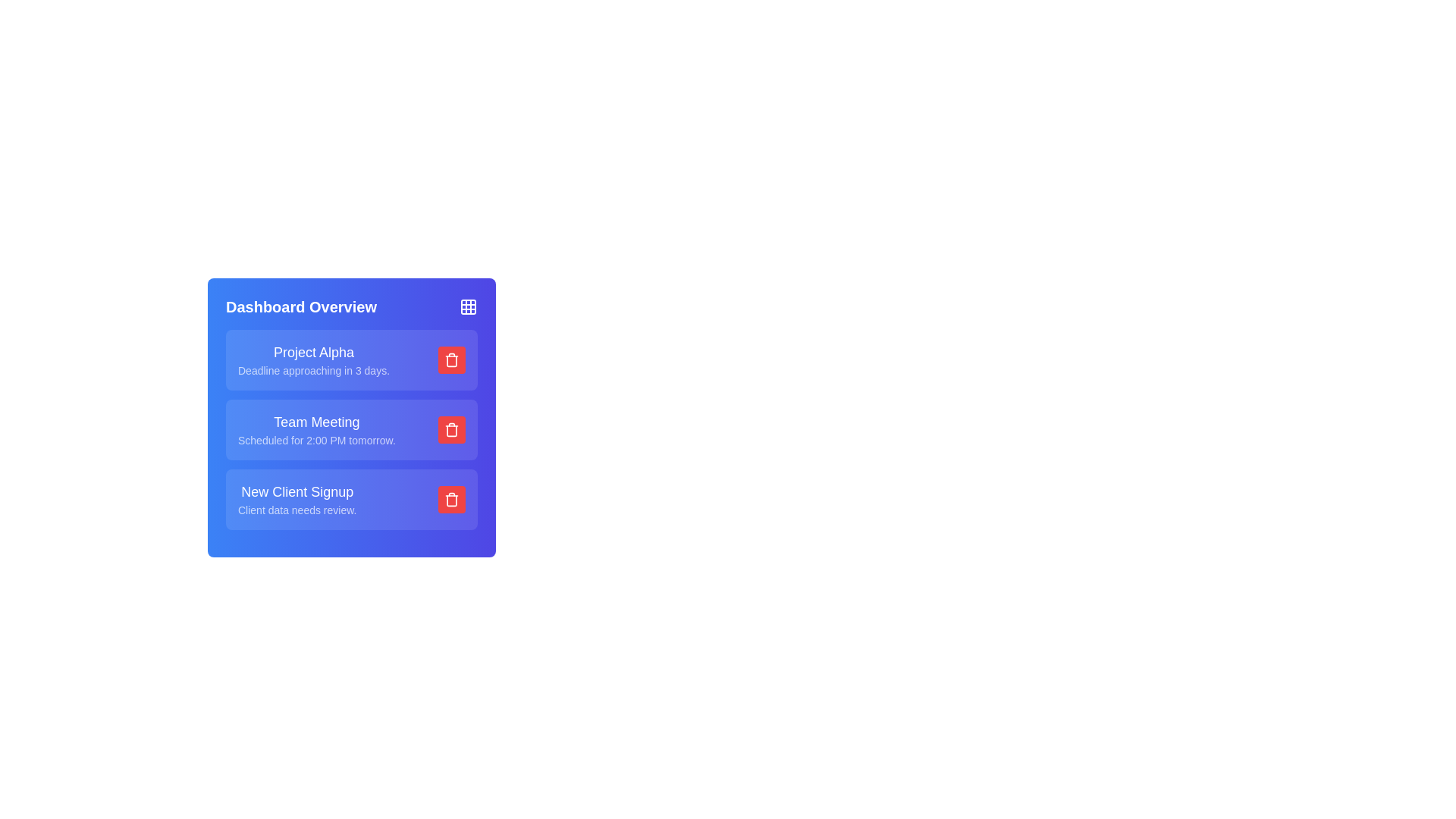  What do you see at coordinates (351, 359) in the screenshot?
I see `the 'Project Alpha' card located at the top of the 'Dashboard Overview' section for further actions` at bounding box center [351, 359].